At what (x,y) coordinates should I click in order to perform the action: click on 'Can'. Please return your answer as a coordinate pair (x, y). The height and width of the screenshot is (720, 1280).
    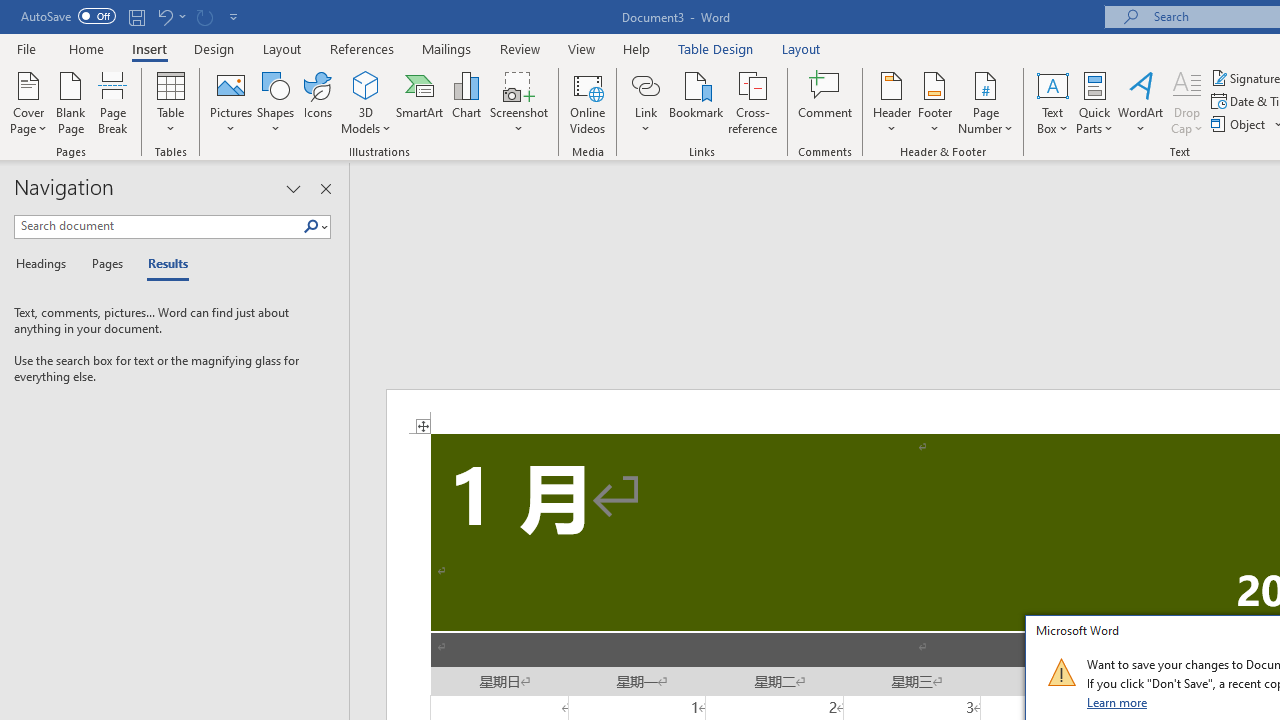
    Looking at the image, I should click on (204, 16).